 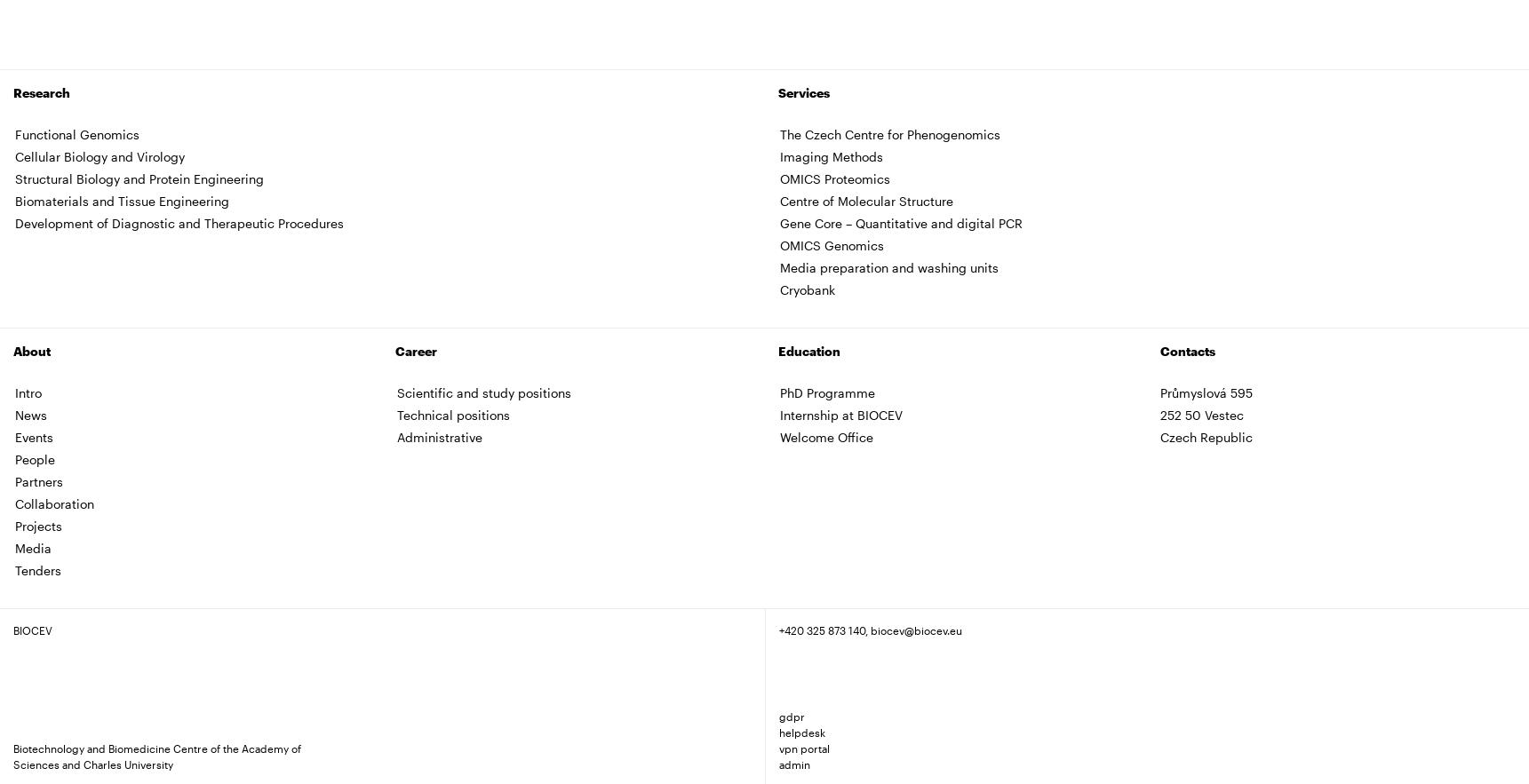 I want to click on 'Functional Genomics', so click(x=77, y=133).